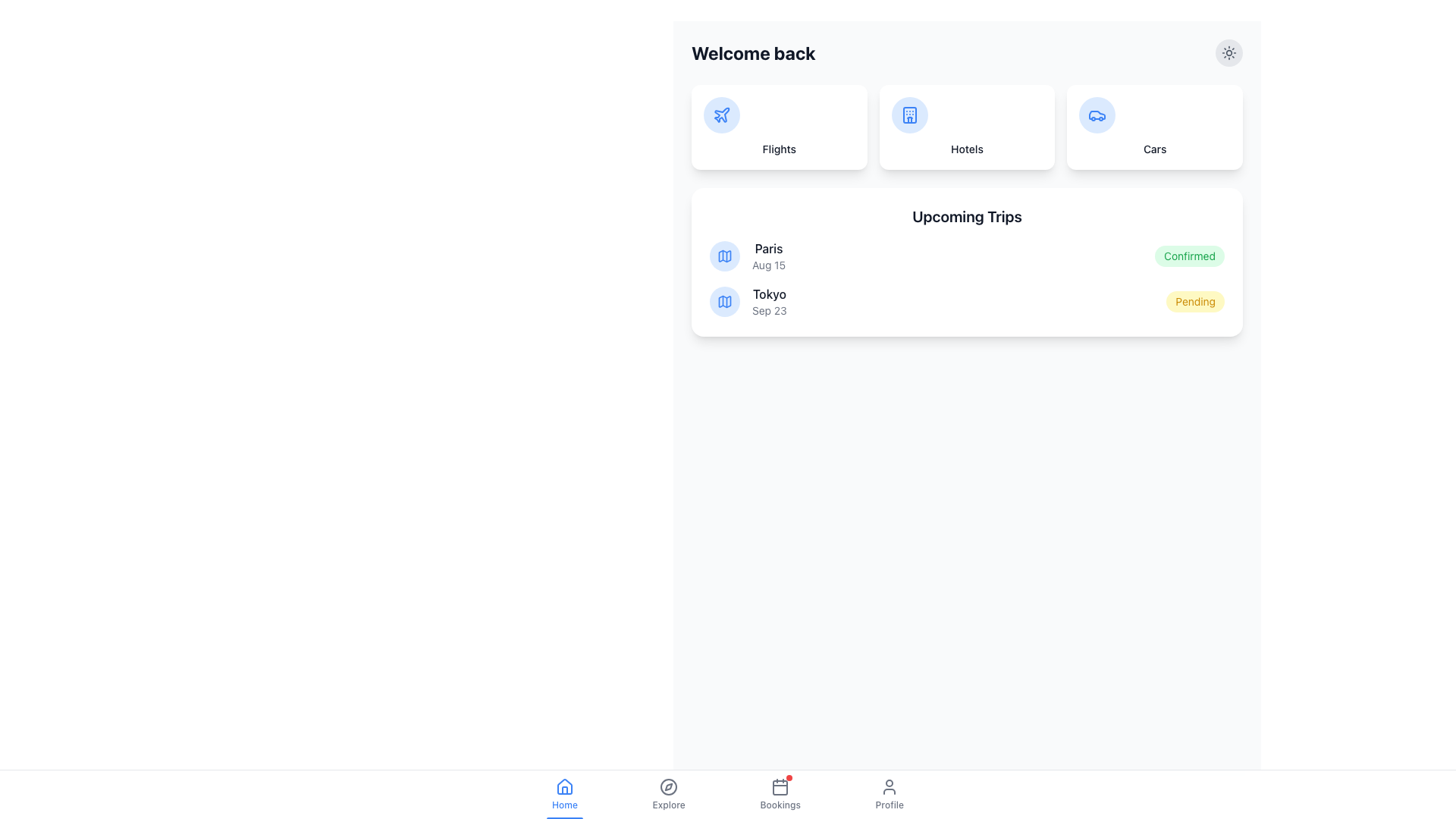 The height and width of the screenshot is (819, 1456). Describe the element at coordinates (748, 301) in the screenshot. I see `the informational list item for the scheduled trip to Tokyo on September 23` at that location.